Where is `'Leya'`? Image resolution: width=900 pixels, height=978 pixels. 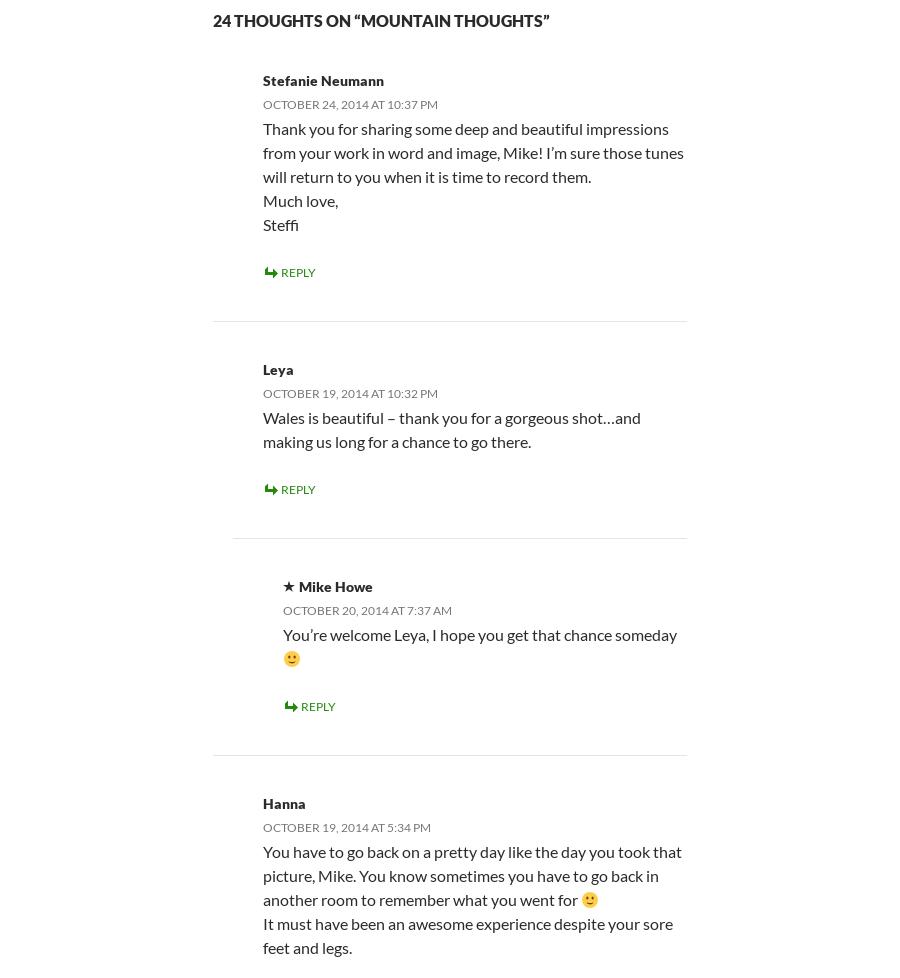
'Leya' is located at coordinates (261, 367).